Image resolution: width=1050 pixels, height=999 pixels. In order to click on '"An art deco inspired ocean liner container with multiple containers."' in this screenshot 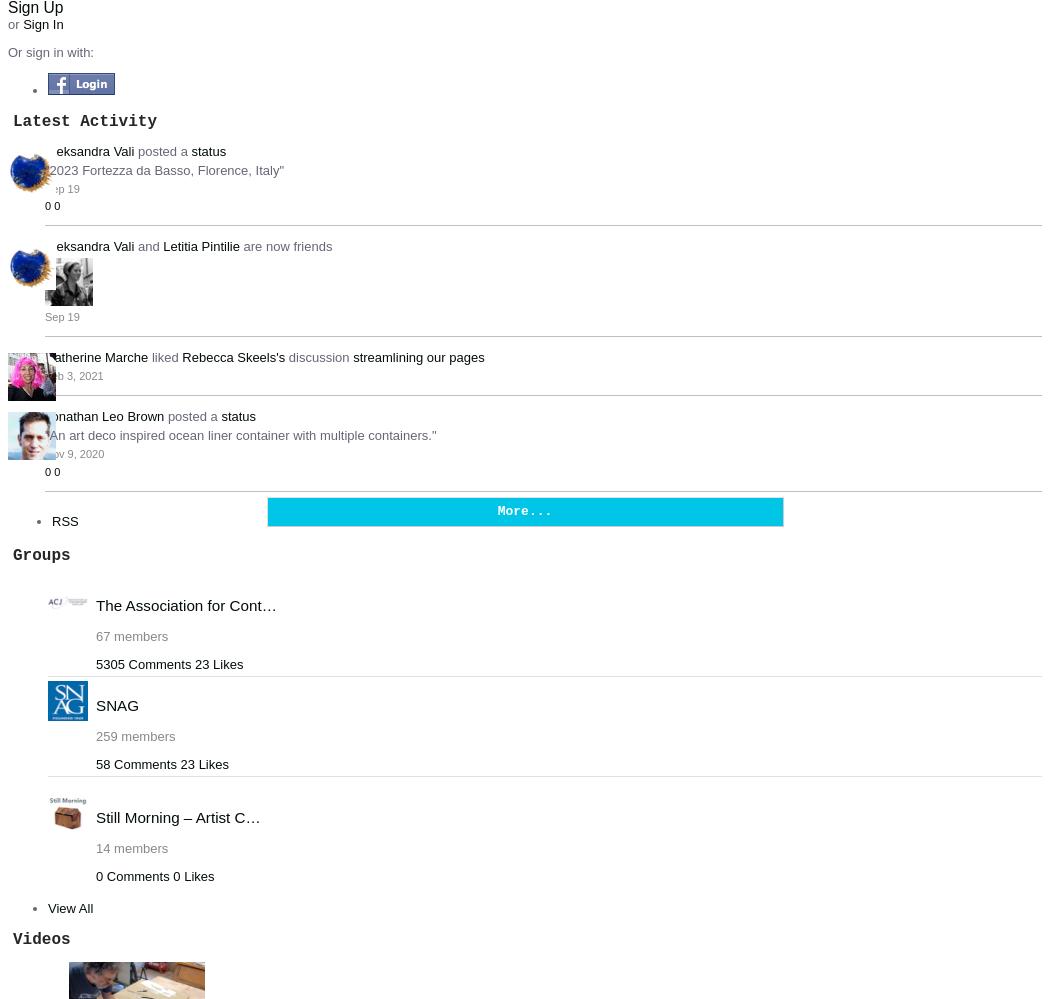, I will do `click(240, 434)`.